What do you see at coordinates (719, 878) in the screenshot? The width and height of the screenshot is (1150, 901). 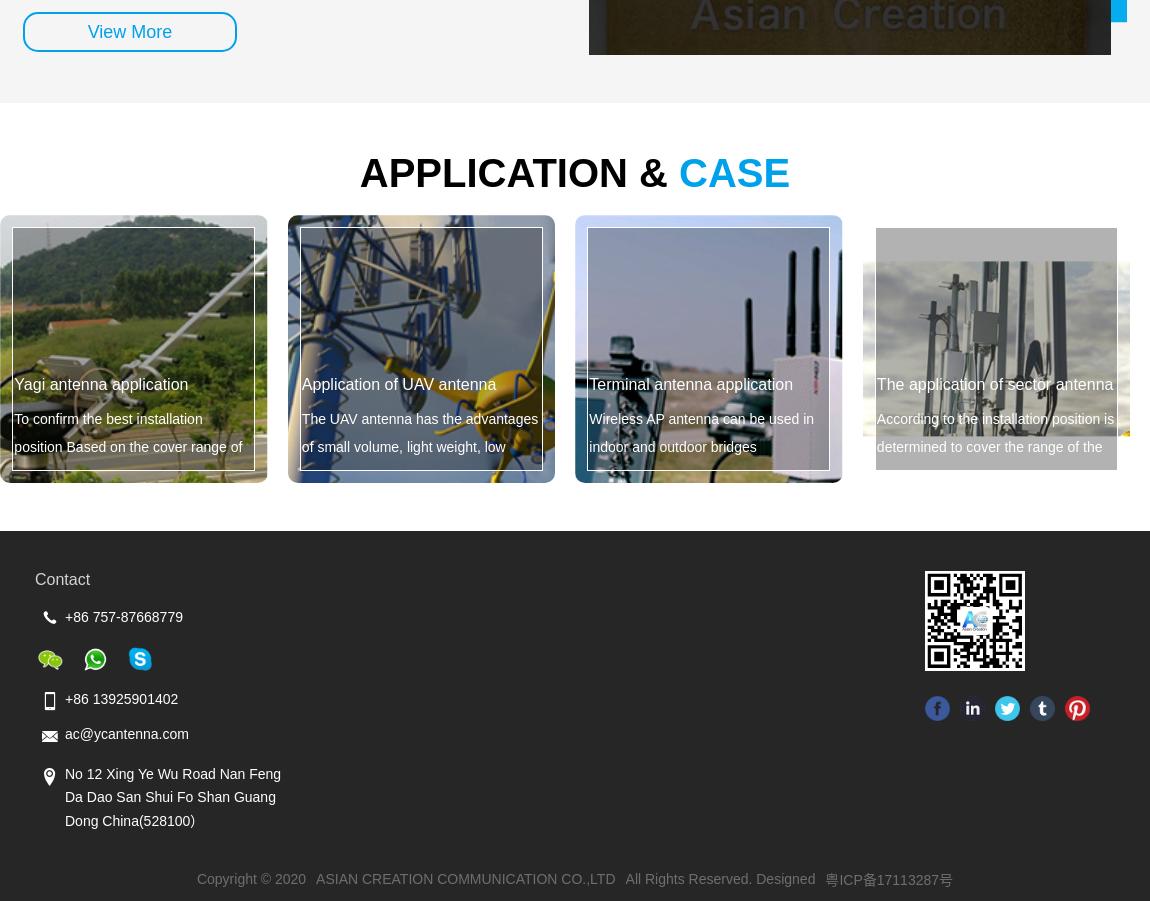 I see `'All Rights Reserved. Designed'` at bounding box center [719, 878].